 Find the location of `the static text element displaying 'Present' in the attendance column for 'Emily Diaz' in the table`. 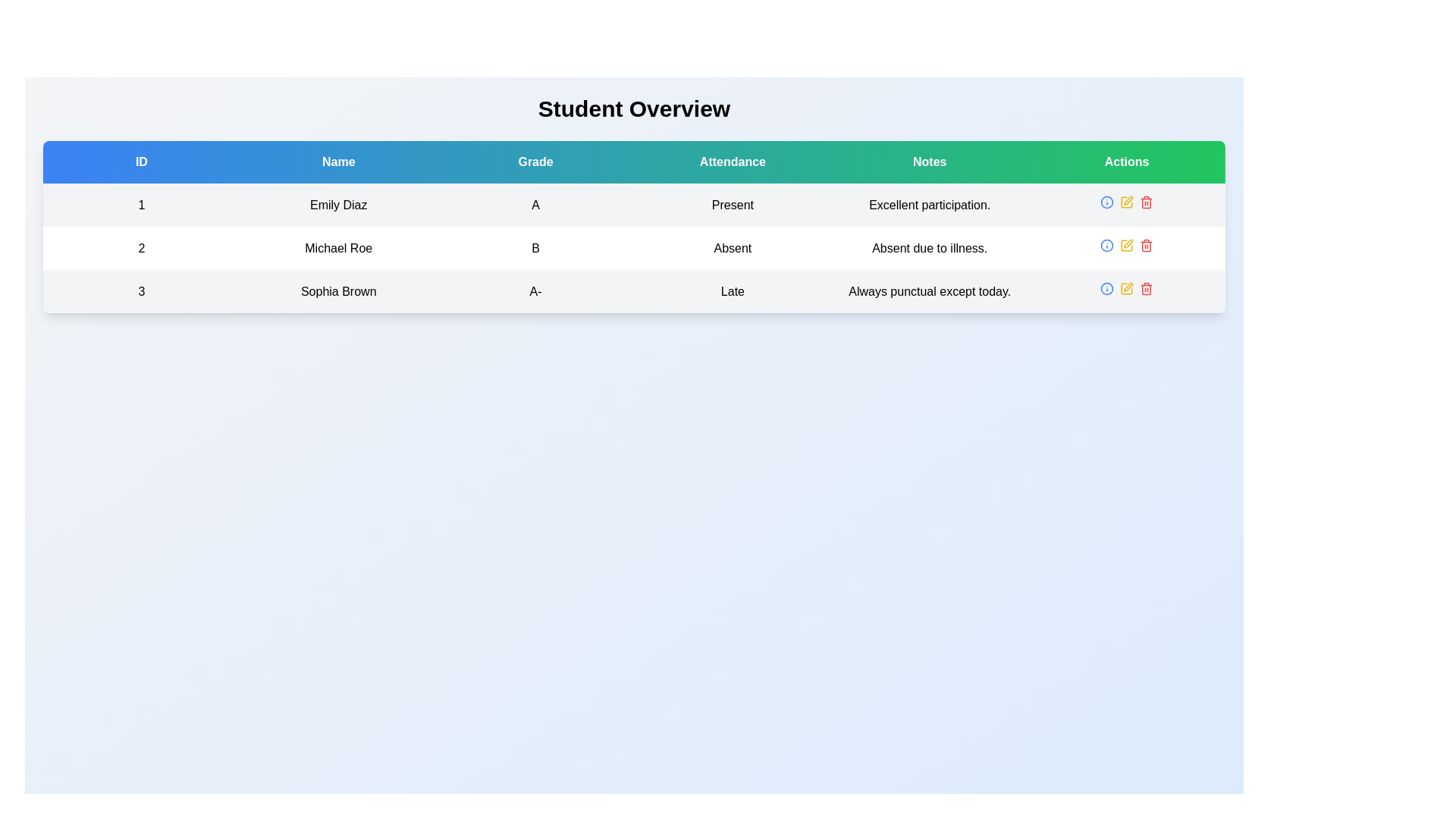

the static text element displaying 'Present' in the attendance column for 'Emily Diaz' in the table is located at coordinates (733, 205).